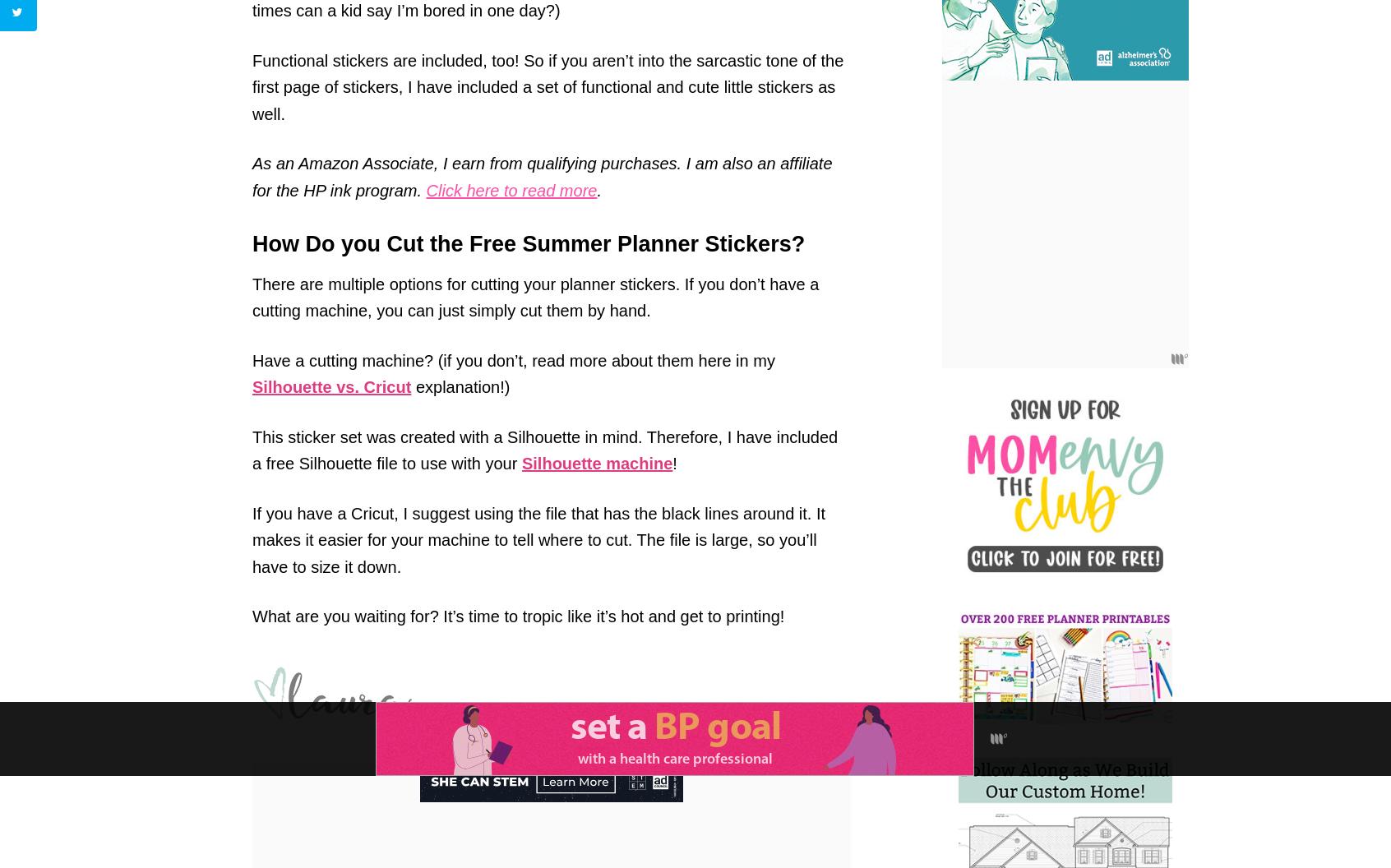 This screenshot has height=868, width=1391. Describe the element at coordinates (538, 538) in the screenshot. I see `'If you have a Cricut, I suggest using the file that has the black lines around it. It makes it easier for your machine to tell where to cut. The file is large, so you’ll have to size it down.'` at that location.